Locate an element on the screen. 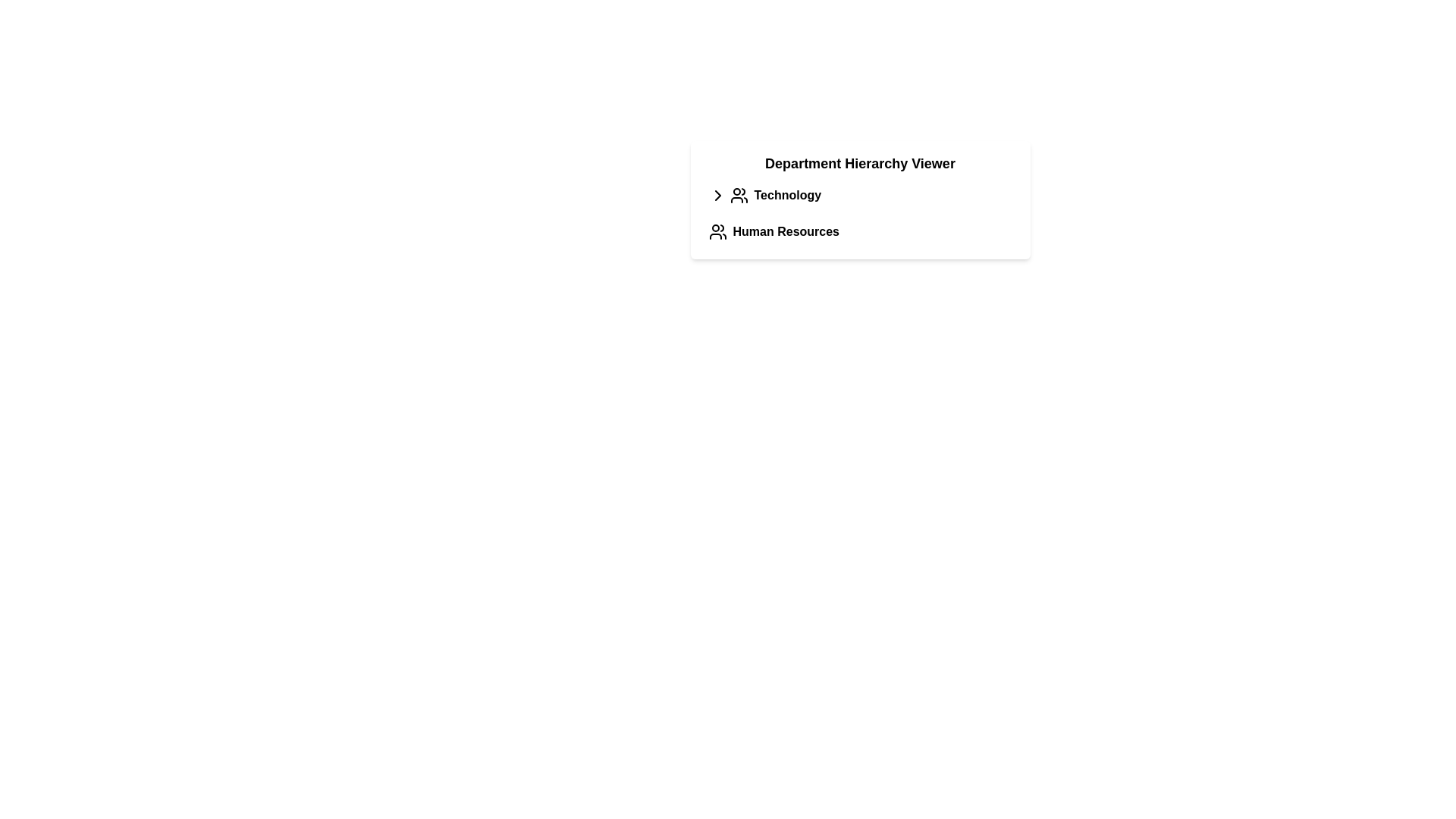 The width and height of the screenshot is (1456, 819). text label 'Human Resources' displayed in bold black font located in the second row of the 'Department Hierarchy Viewer' menu, adjacent to the group icon is located at coordinates (786, 231).